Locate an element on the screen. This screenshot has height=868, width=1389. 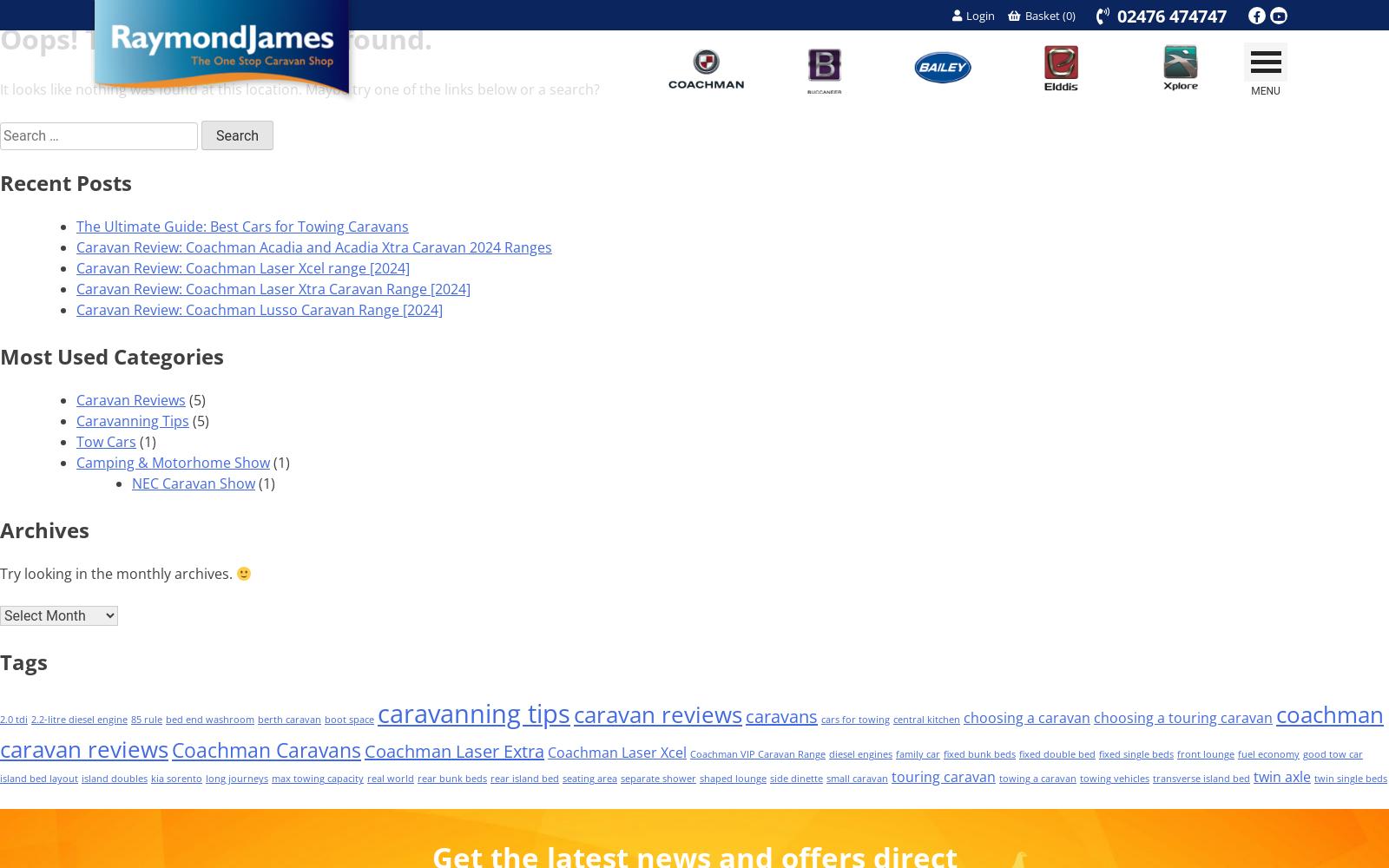
'cars for towing' is located at coordinates (854, 719).